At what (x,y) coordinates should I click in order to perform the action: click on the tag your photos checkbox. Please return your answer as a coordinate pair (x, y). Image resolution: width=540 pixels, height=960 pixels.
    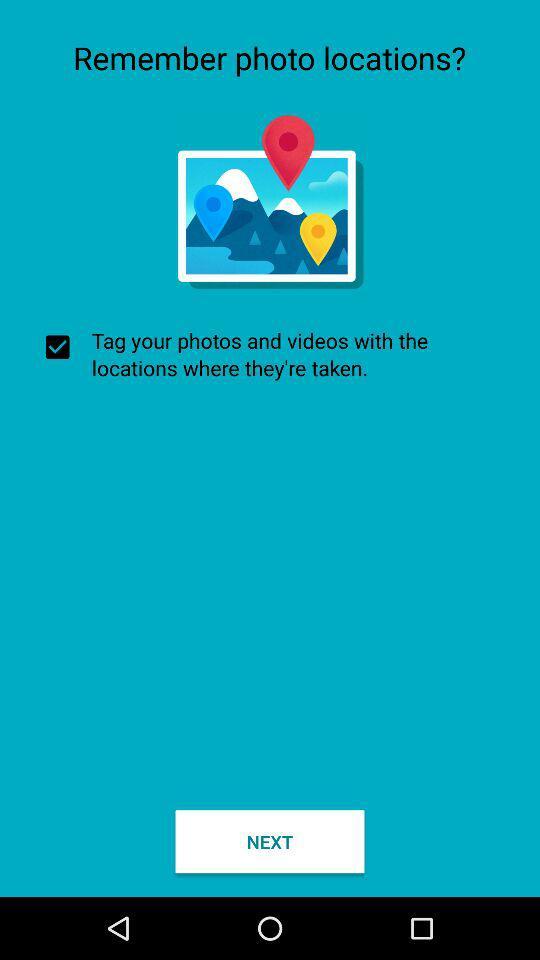
    Looking at the image, I should click on (270, 354).